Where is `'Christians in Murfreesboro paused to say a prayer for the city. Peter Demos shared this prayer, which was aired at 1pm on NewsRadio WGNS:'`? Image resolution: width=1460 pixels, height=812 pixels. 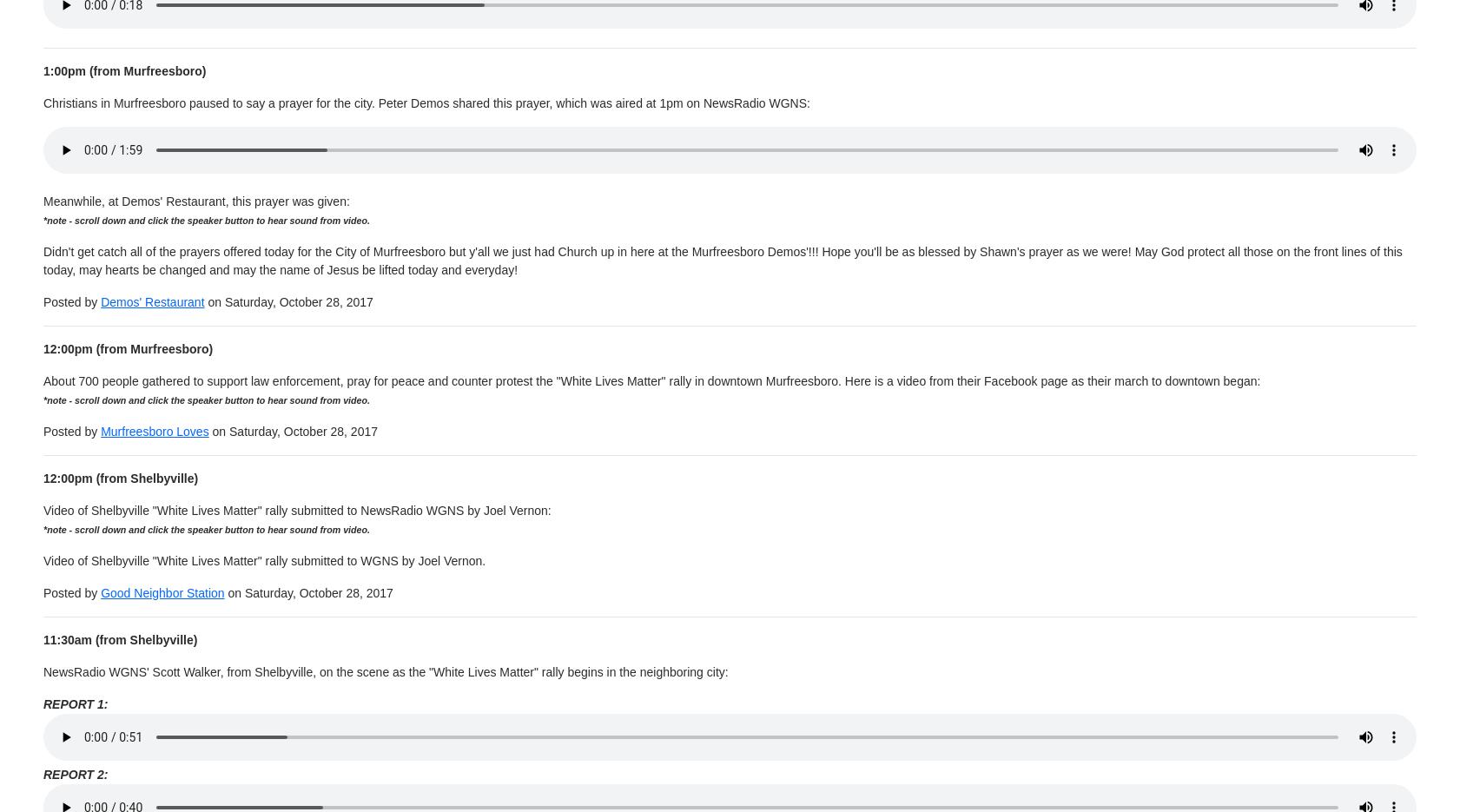
'Christians in Murfreesboro paused to say a prayer for the city. Peter Demos shared this prayer, which was aired at 1pm on NewsRadio WGNS:' is located at coordinates (42, 101).